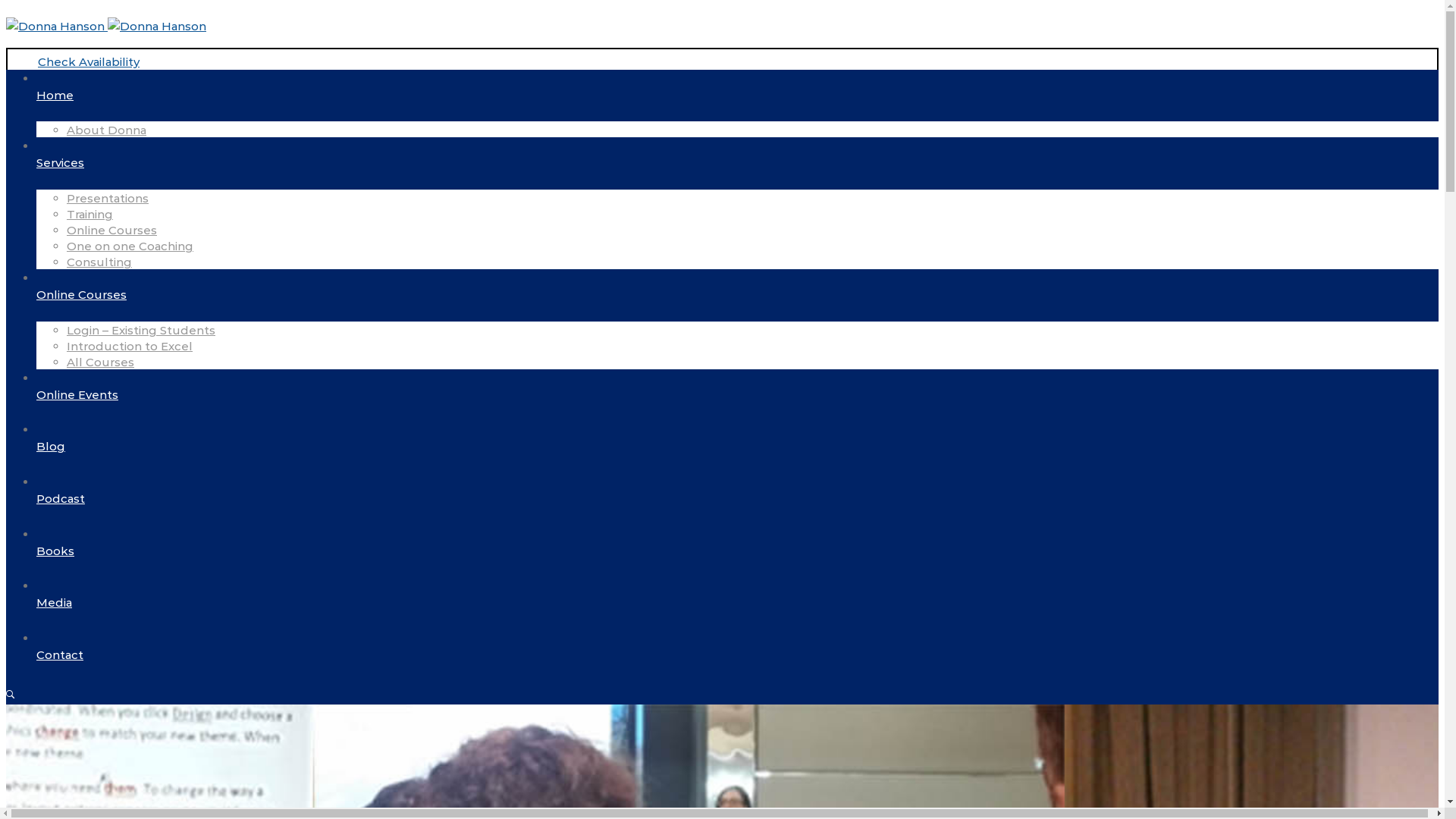 The image size is (1456, 819). What do you see at coordinates (737, 445) in the screenshot?
I see `'Blog'` at bounding box center [737, 445].